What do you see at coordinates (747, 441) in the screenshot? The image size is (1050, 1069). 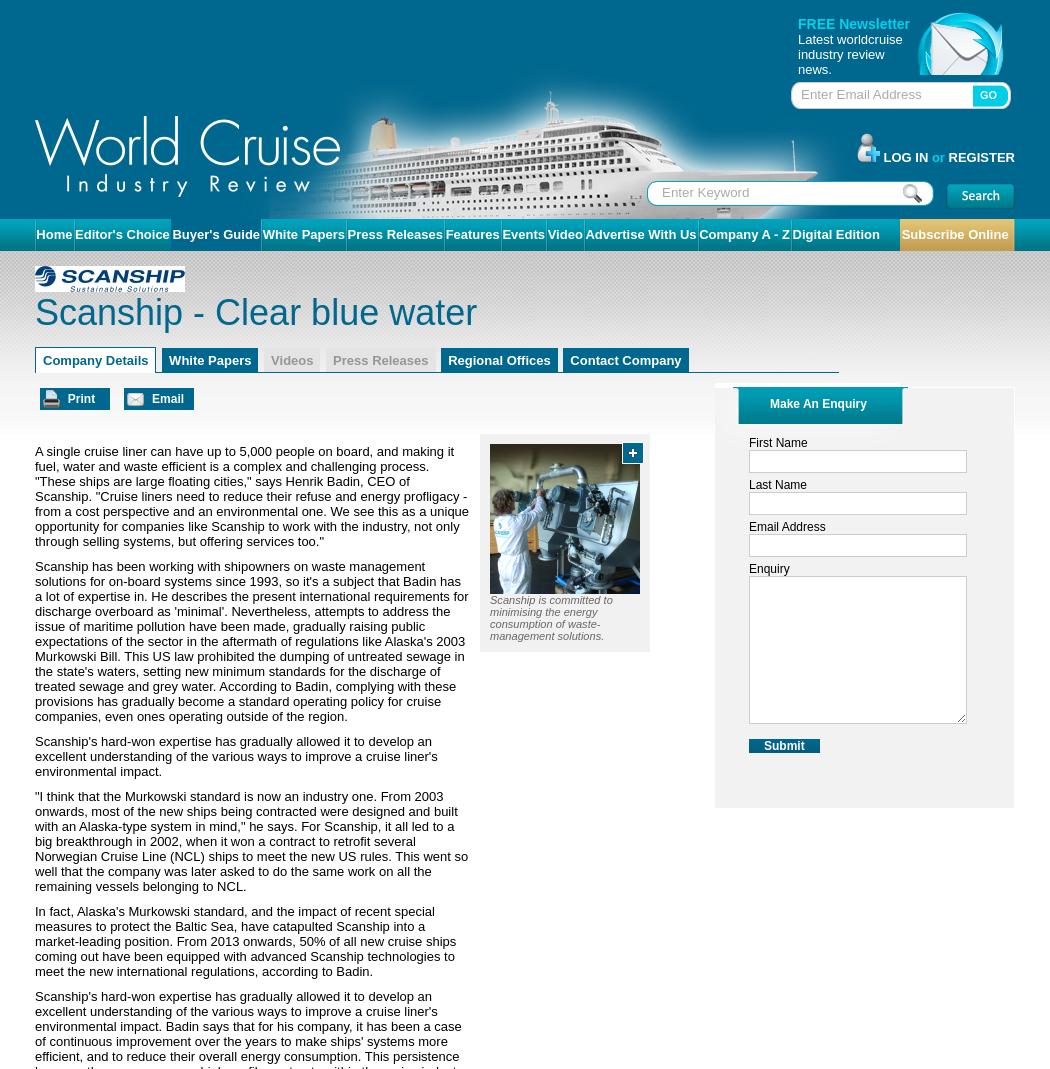 I see `'First Name'` at bounding box center [747, 441].